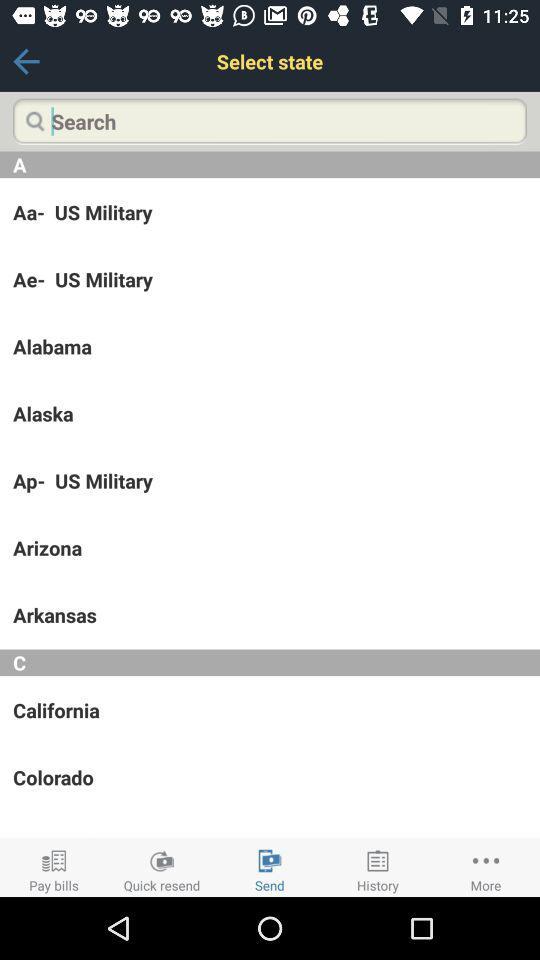  What do you see at coordinates (25, 61) in the screenshot?
I see `go back` at bounding box center [25, 61].